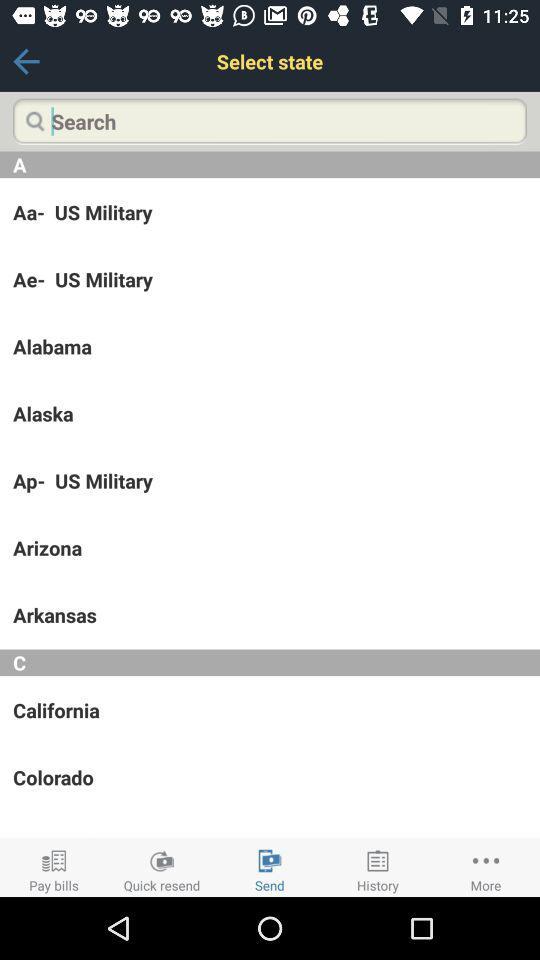  What do you see at coordinates (25, 61) in the screenshot?
I see `go back` at bounding box center [25, 61].